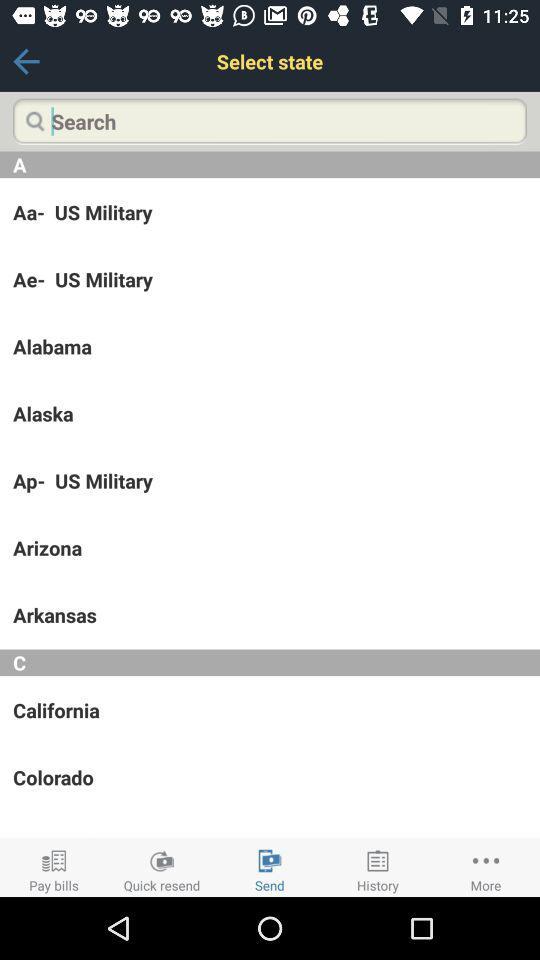  What do you see at coordinates (25, 61) in the screenshot?
I see `go back` at bounding box center [25, 61].